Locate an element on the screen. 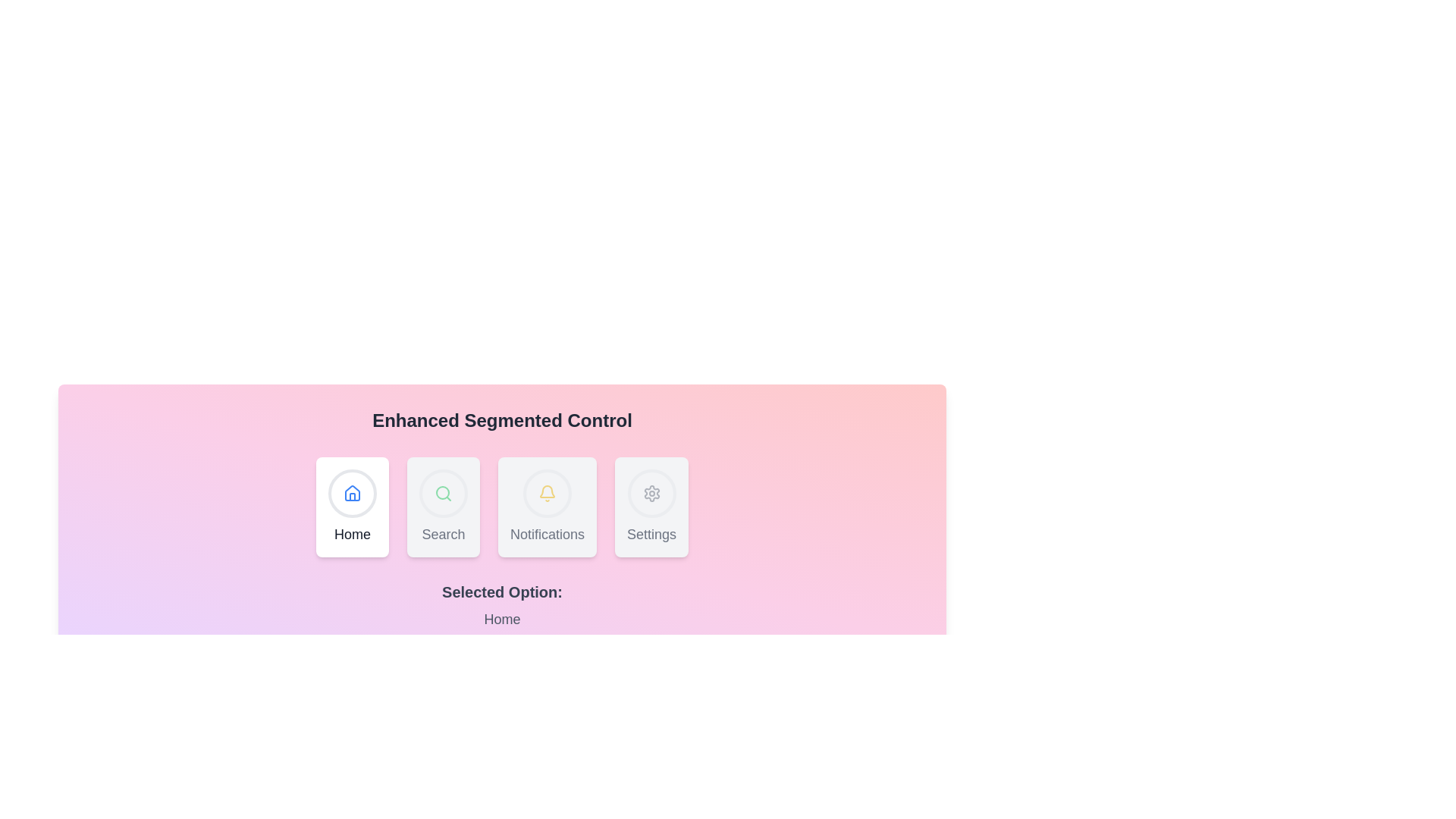 The width and height of the screenshot is (1456, 819). the settings icon that resembles a gear, located in the fourth segmented control option under 'Enhanced Segmented Control' is located at coordinates (651, 494).